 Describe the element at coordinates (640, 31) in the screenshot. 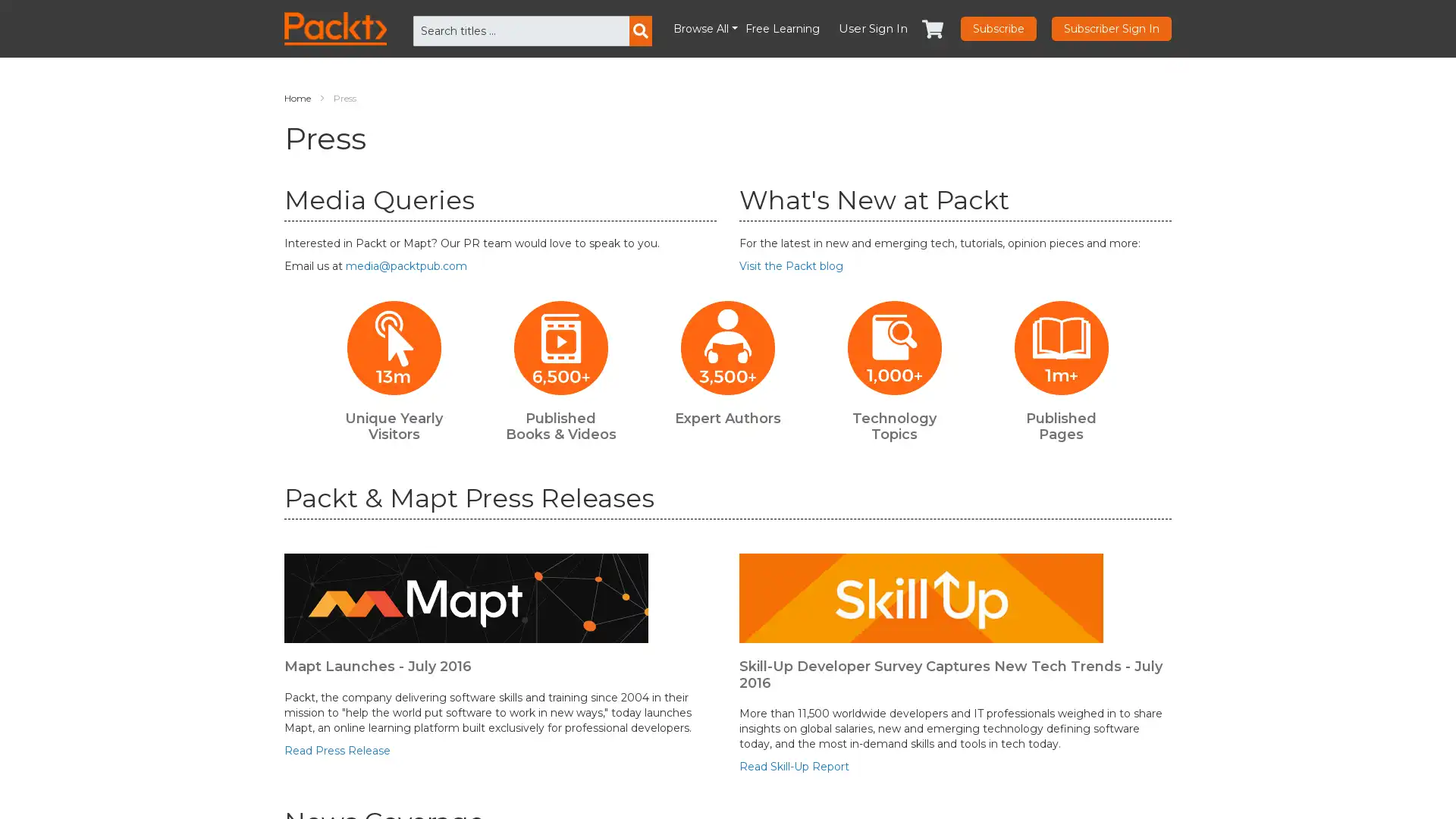

I see `Search` at that location.